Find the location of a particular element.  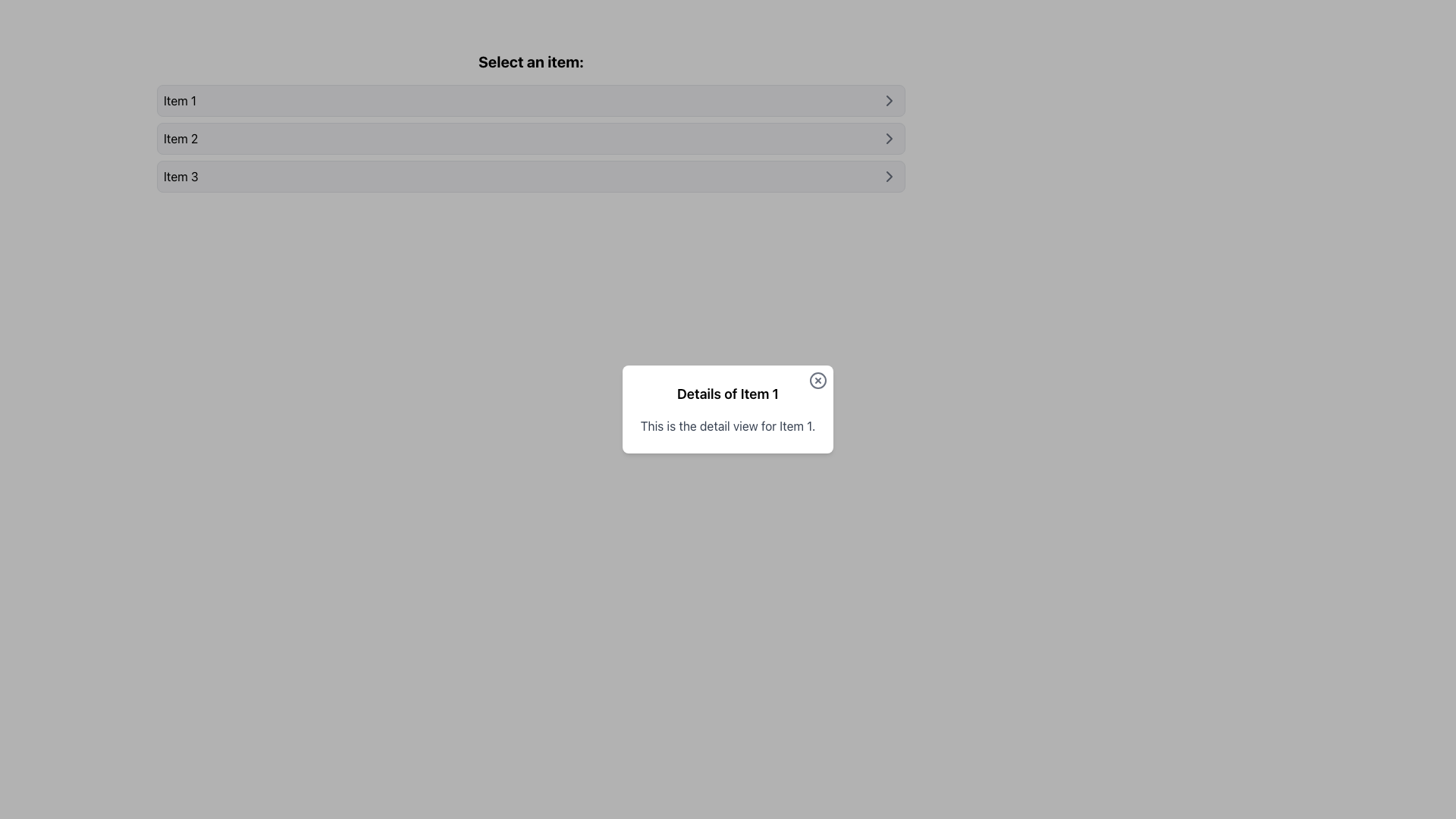

the selectable item button for 'Item 2' located in the second position of a vertically arranged list is located at coordinates (531, 138).